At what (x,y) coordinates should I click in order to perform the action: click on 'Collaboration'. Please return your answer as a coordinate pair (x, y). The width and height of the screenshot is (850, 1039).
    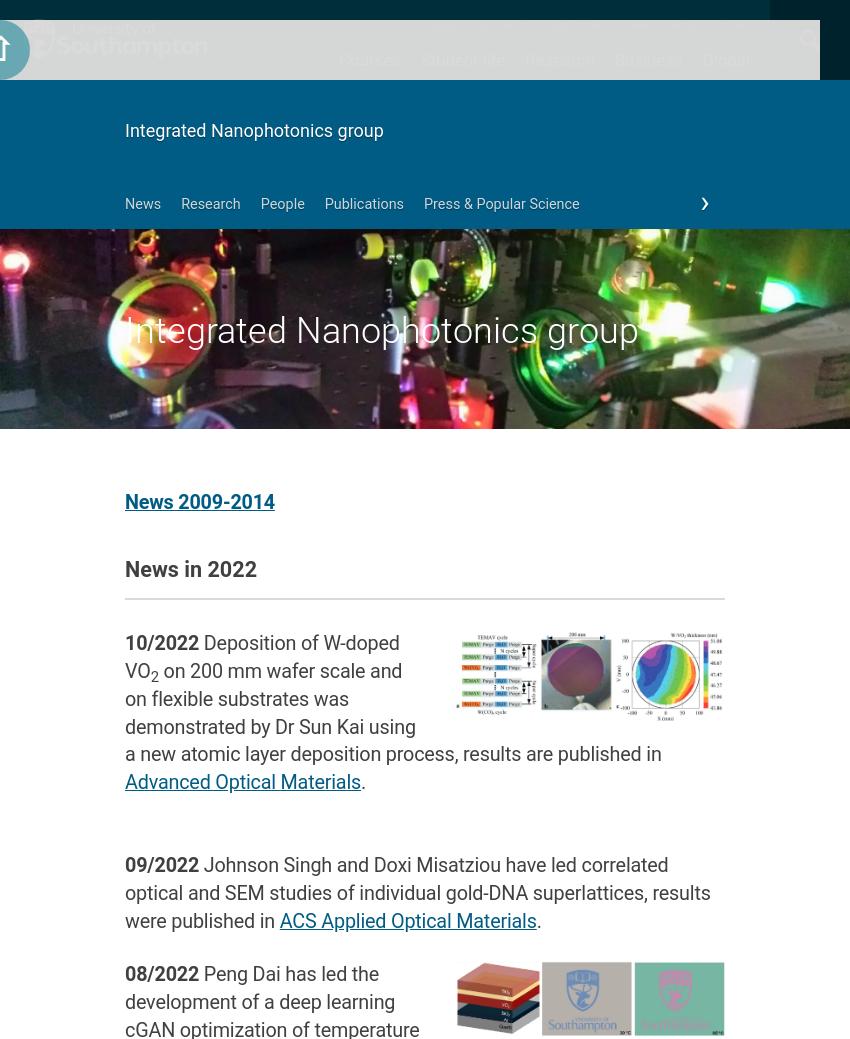
    Looking at the image, I should click on (661, 136).